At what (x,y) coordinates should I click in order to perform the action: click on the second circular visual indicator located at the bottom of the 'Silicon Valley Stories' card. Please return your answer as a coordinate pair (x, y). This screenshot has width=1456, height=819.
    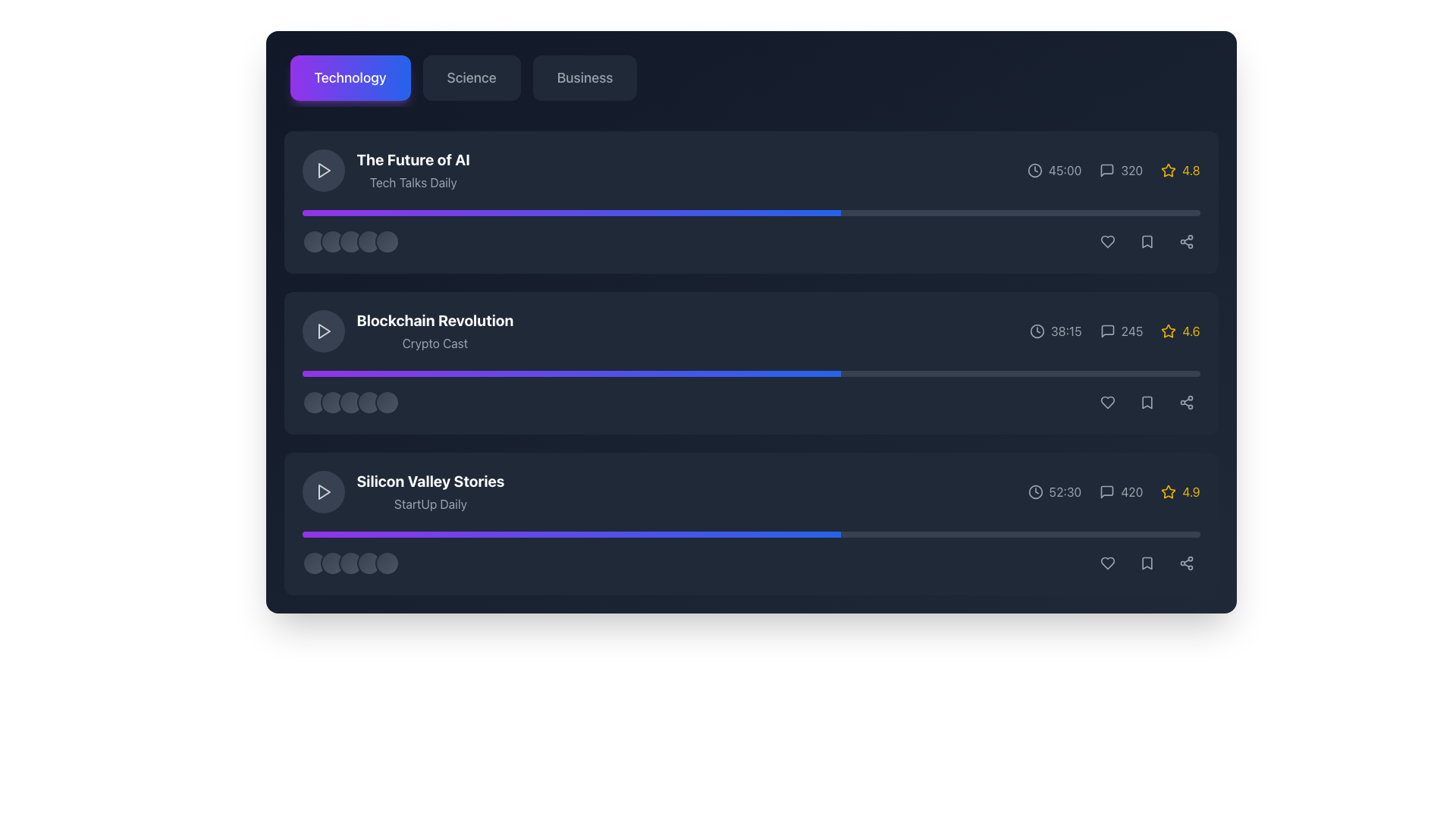
    Looking at the image, I should click on (331, 563).